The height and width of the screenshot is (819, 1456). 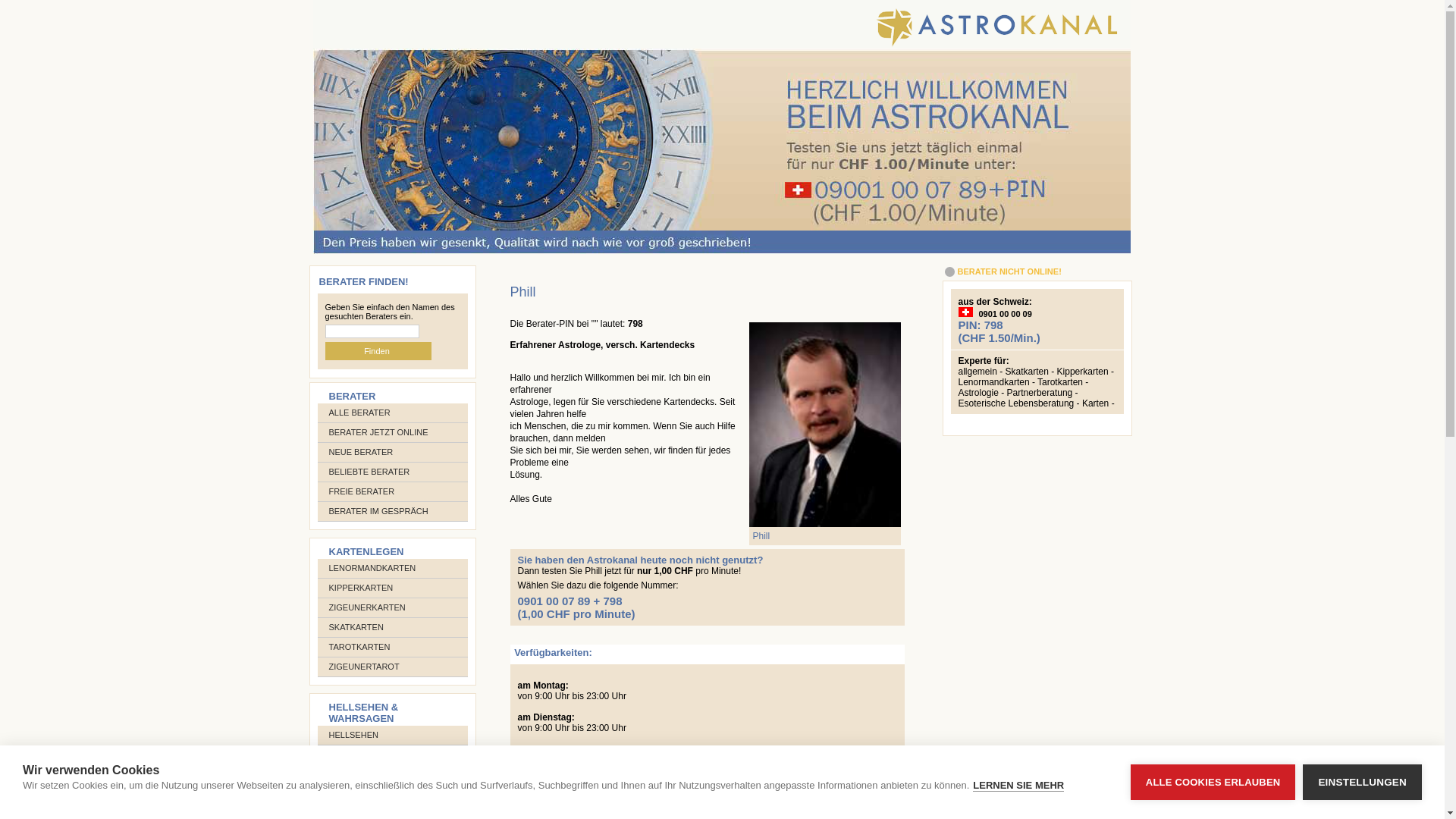 I want to click on 'ZIGEUNERKARTEN', so click(x=367, y=607).